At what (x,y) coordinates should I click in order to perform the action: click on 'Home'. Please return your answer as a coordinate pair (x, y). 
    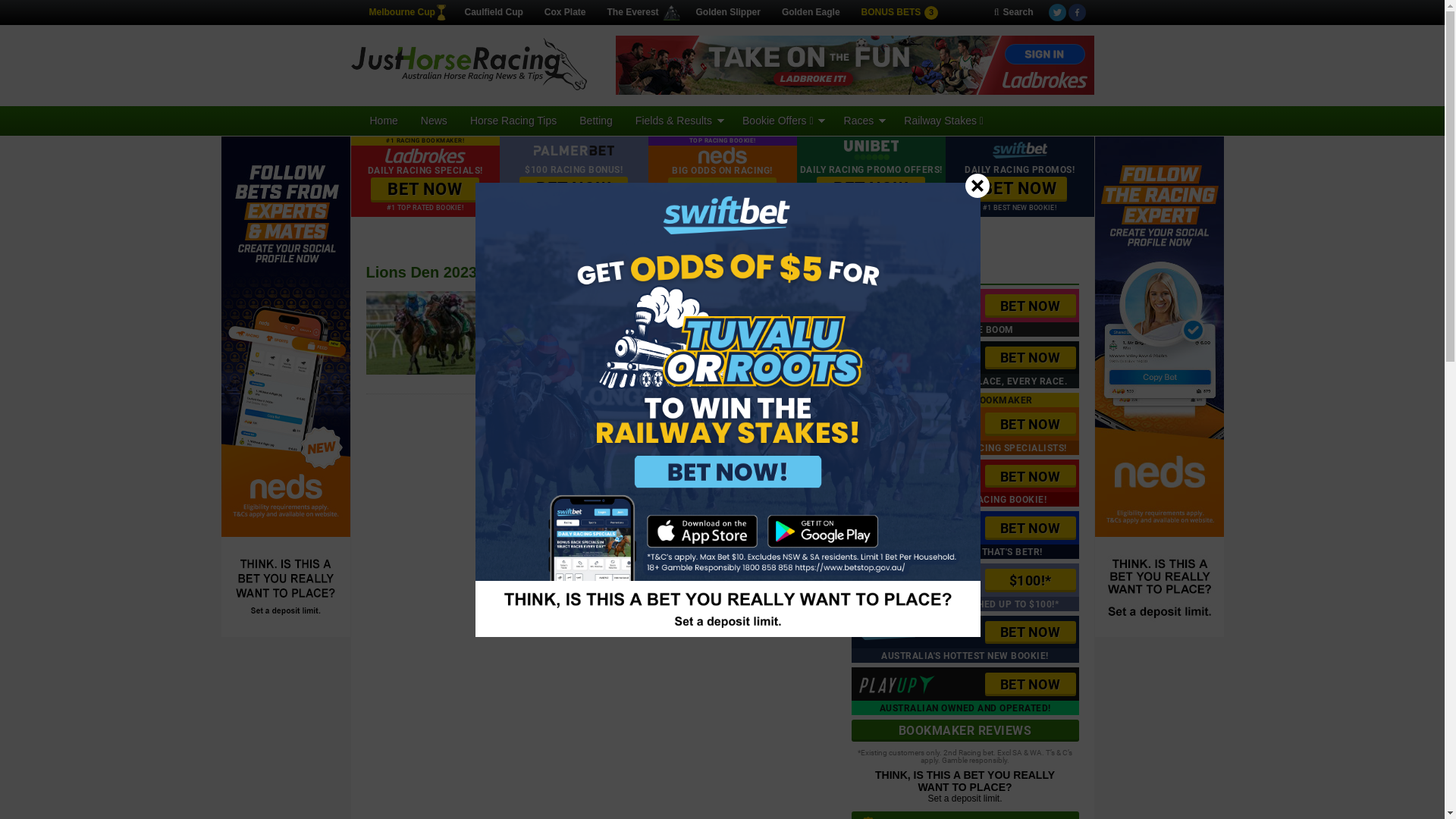
    Looking at the image, I should click on (383, 119).